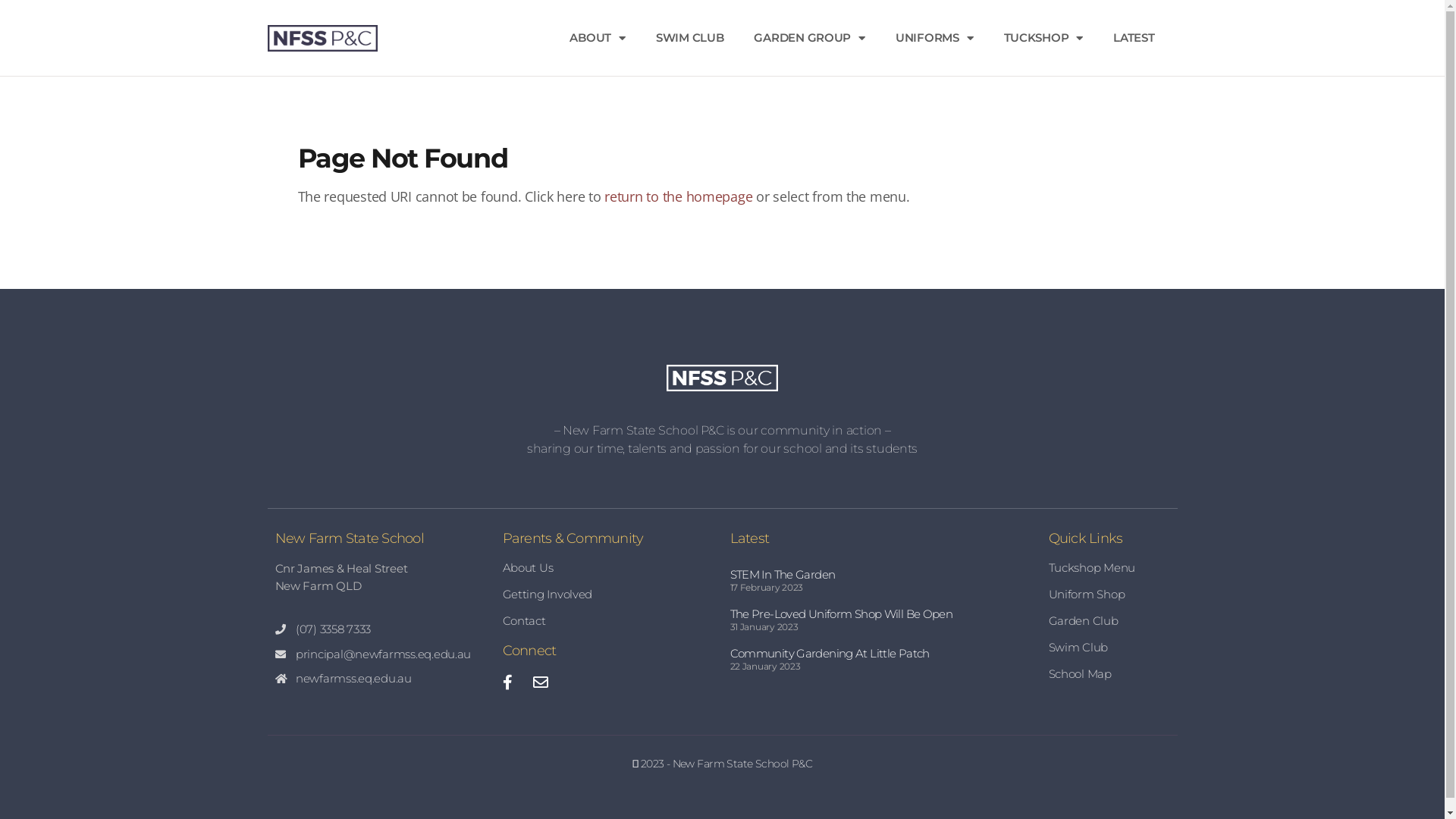  I want to click on 'Uniform Shop', so click(1109, 593).